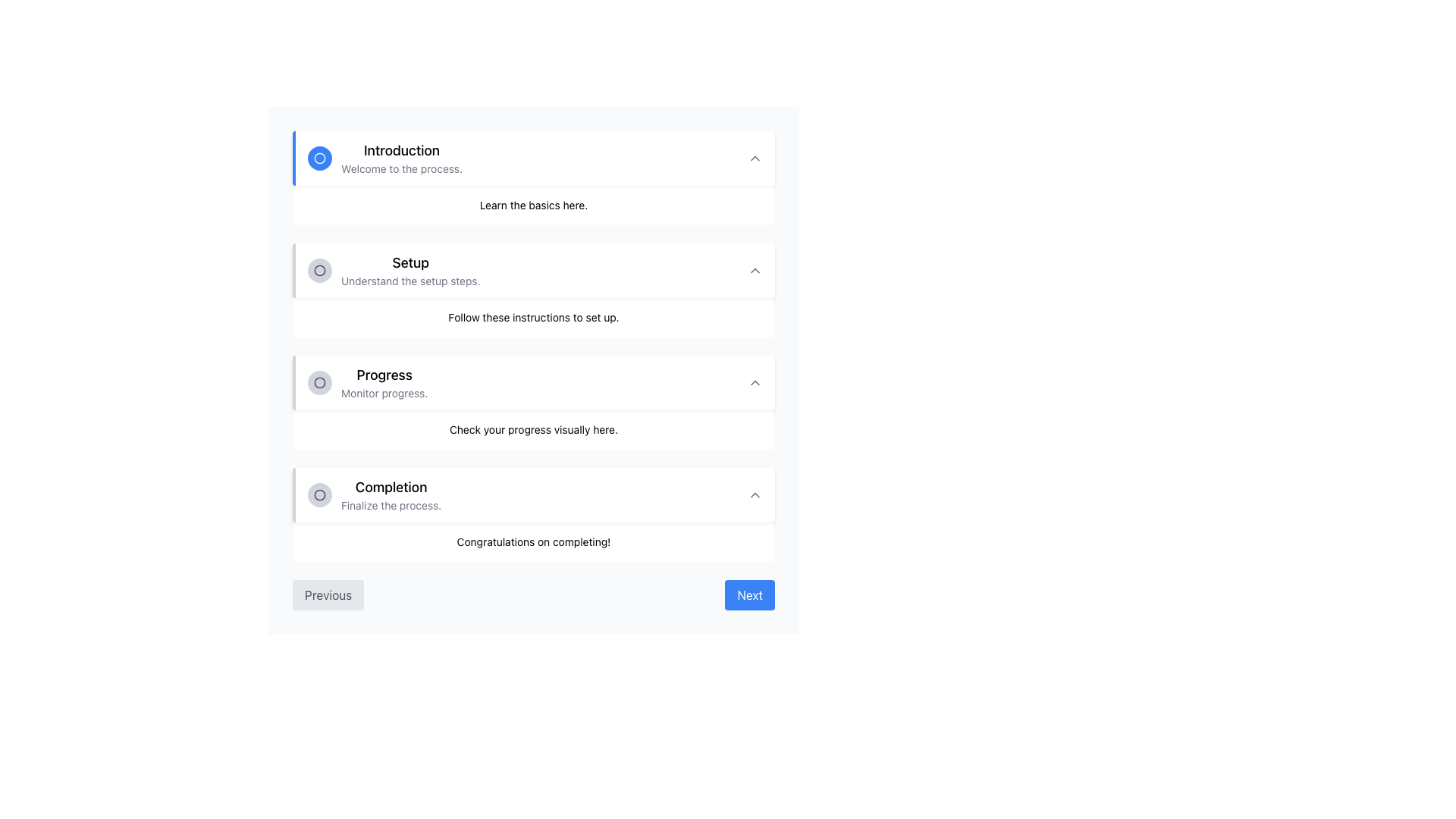  What do you see at coordinates (391, 488) in the screenshot?
I see `the Text Header indicating the title of the step labeled 'Completion' in the multi-step process interface` at bounding box center [391, 488].